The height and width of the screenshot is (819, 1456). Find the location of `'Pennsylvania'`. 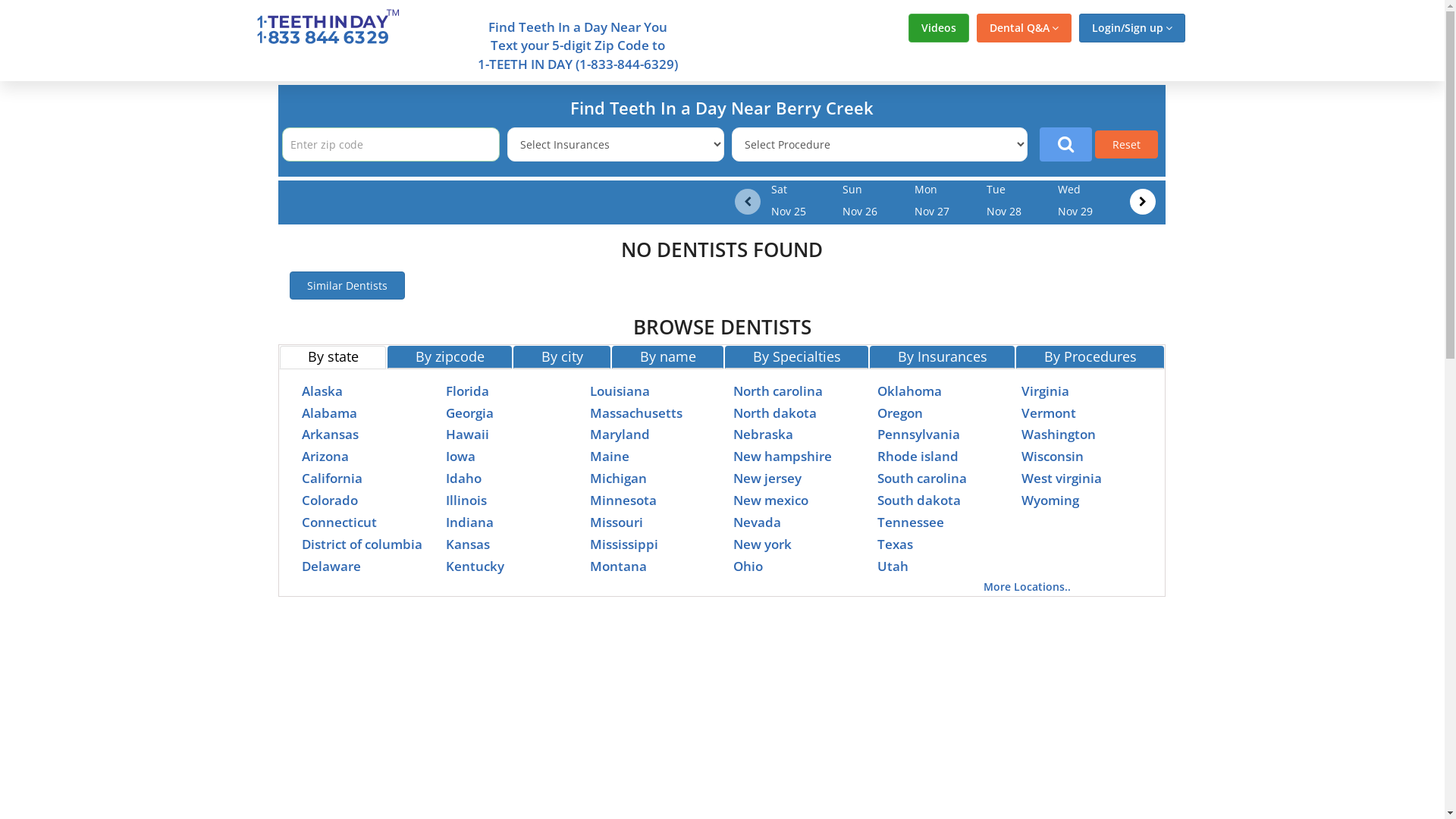

'Pennsylvania' is located at coordinates (918, 434).